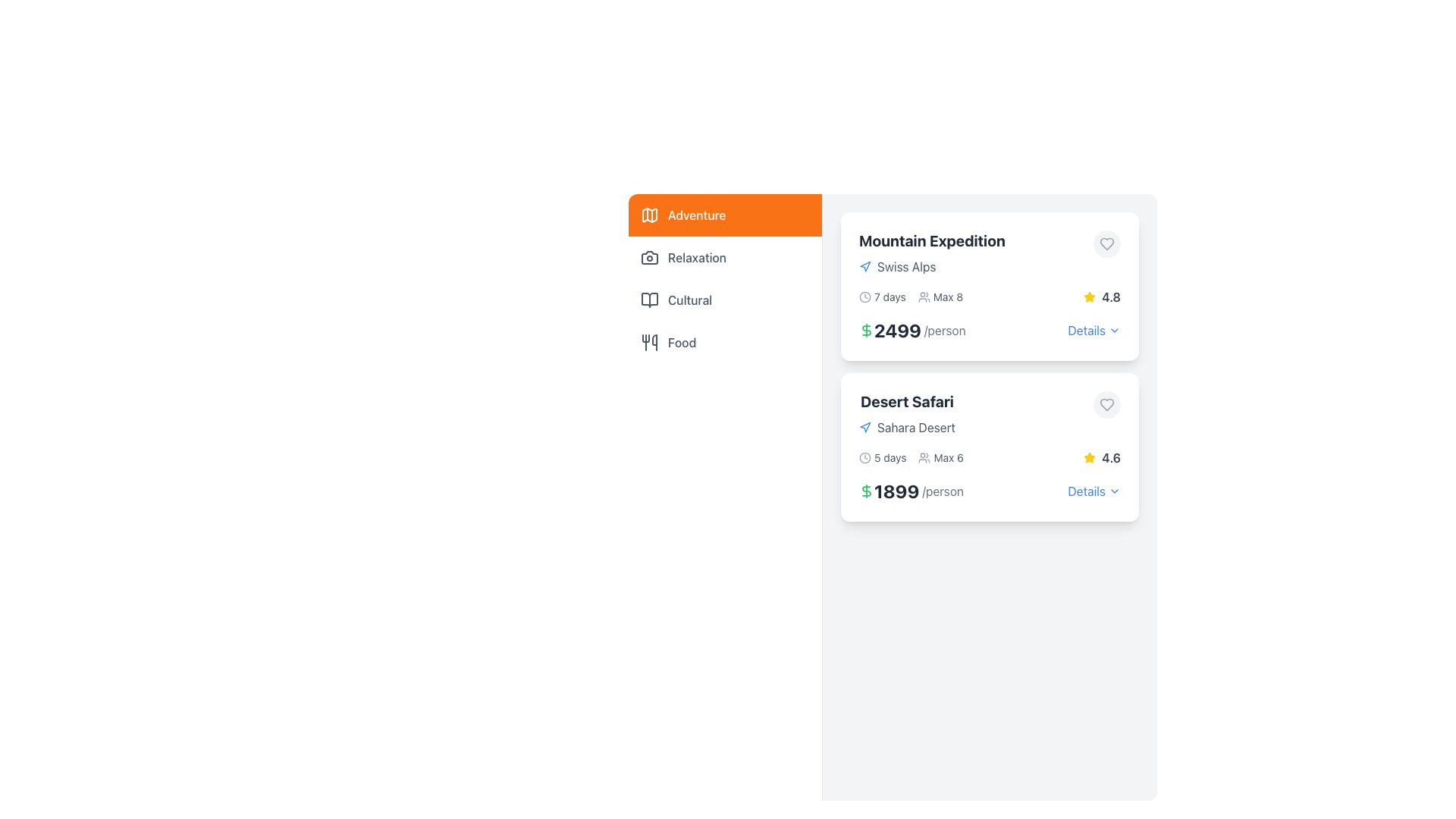  What do you see at coordinates (696, 256) in the screenshot?
I see `the 'Relaxation' text label in the vertical navigation menu` at bounding box center [696, 256].